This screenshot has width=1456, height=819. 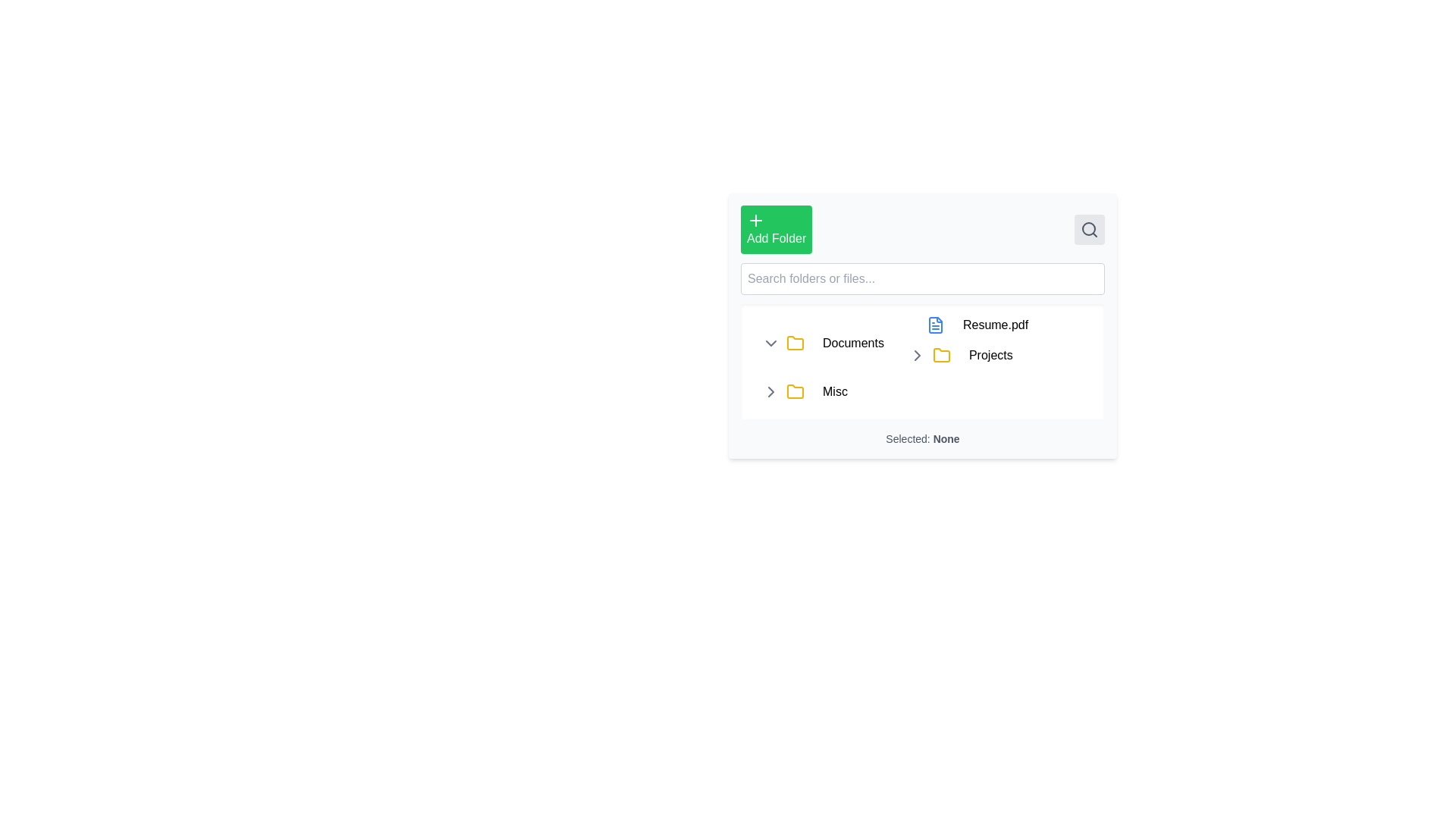 I want to click on the toggle button located to the left of the 'Documents' label, so click(x=771, y=343).